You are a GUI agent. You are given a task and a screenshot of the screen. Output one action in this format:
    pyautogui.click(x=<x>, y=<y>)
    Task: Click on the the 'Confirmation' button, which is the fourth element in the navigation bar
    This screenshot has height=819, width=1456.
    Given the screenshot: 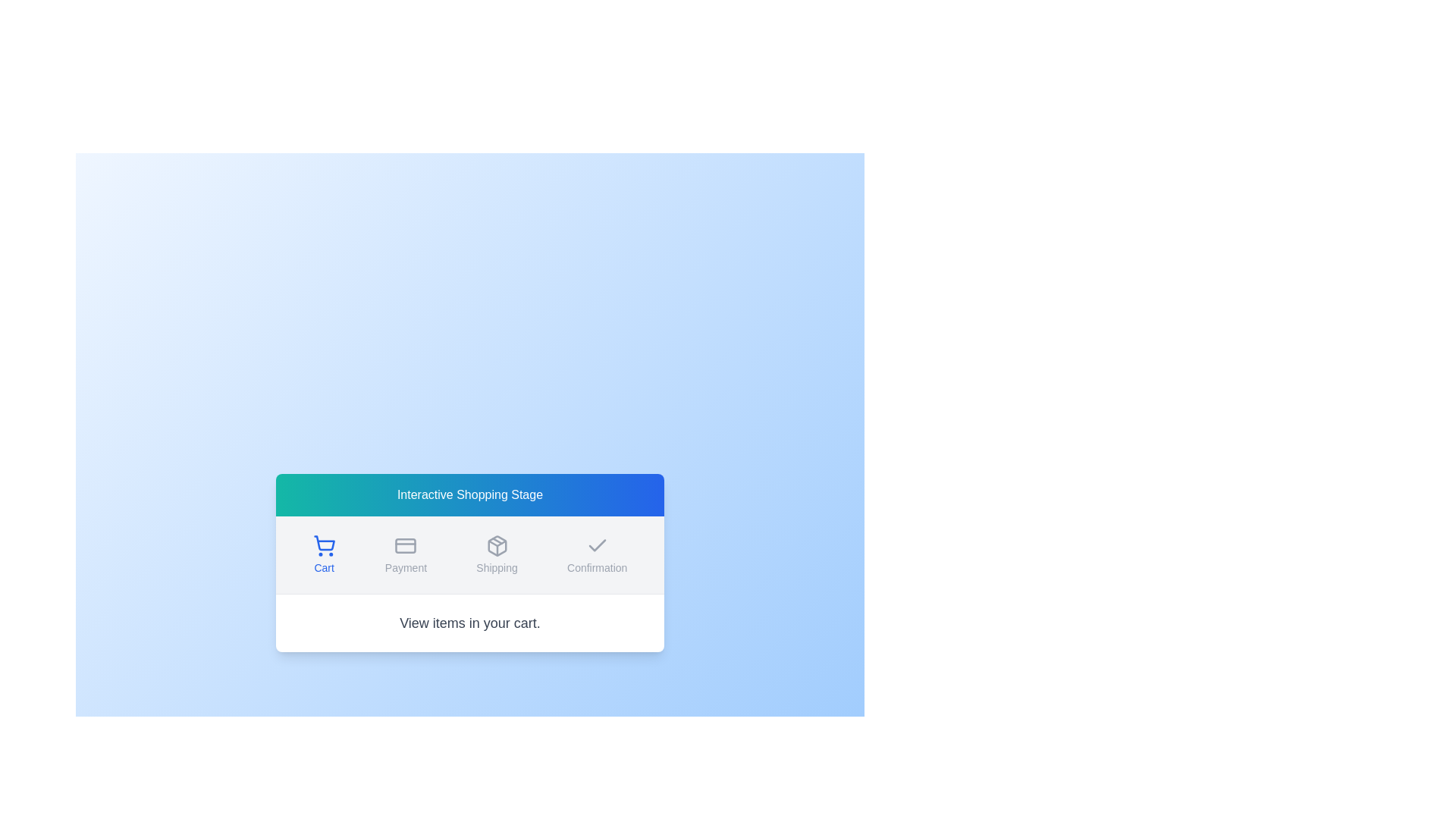 What is the action you would take?
    pyautogui.click(x=596, y=554)
    